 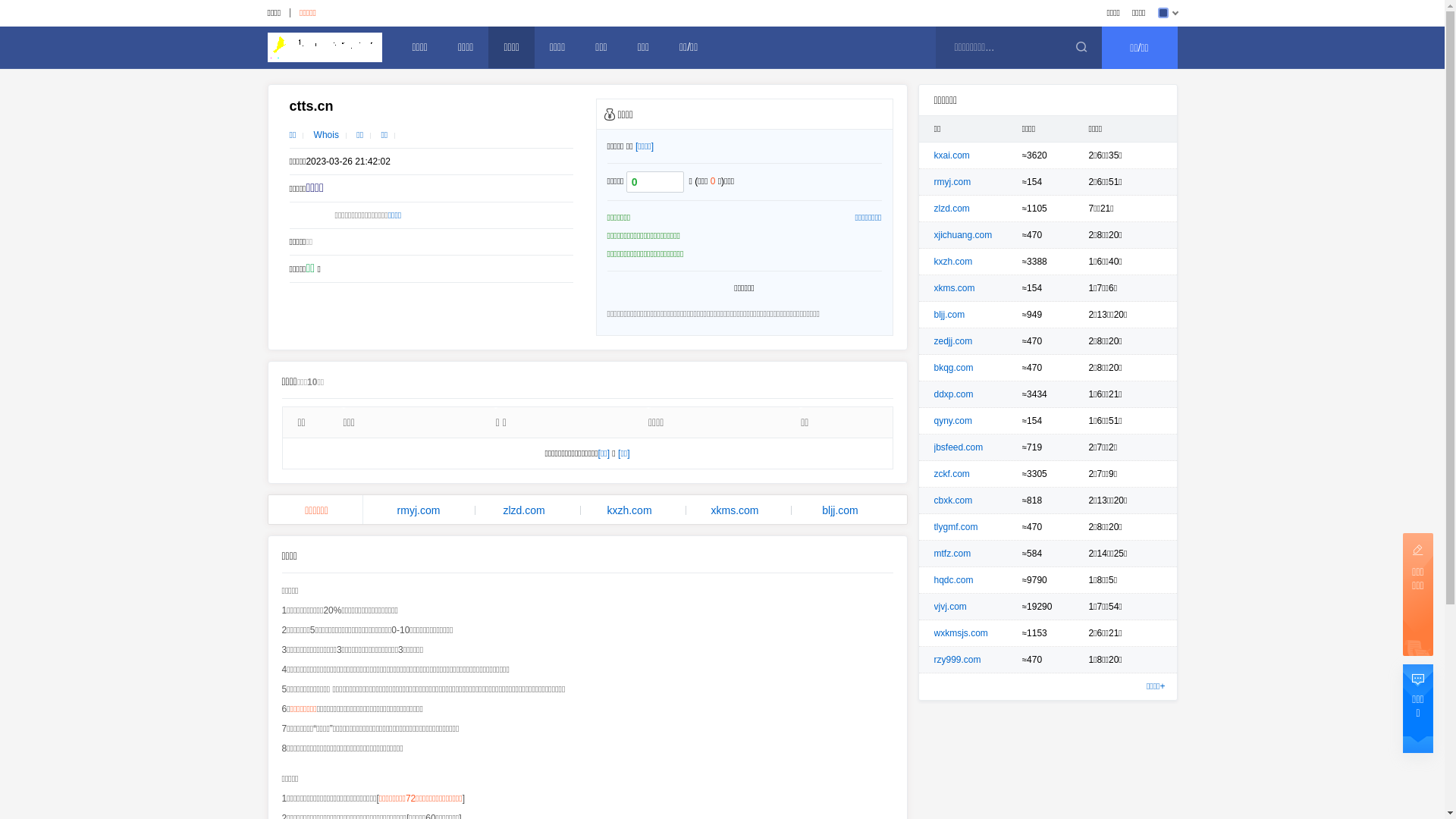 What do you see at coordinates (418, 510) in the screenshot?
I see `'rmyj.com'` at bounding box center [418, 510].